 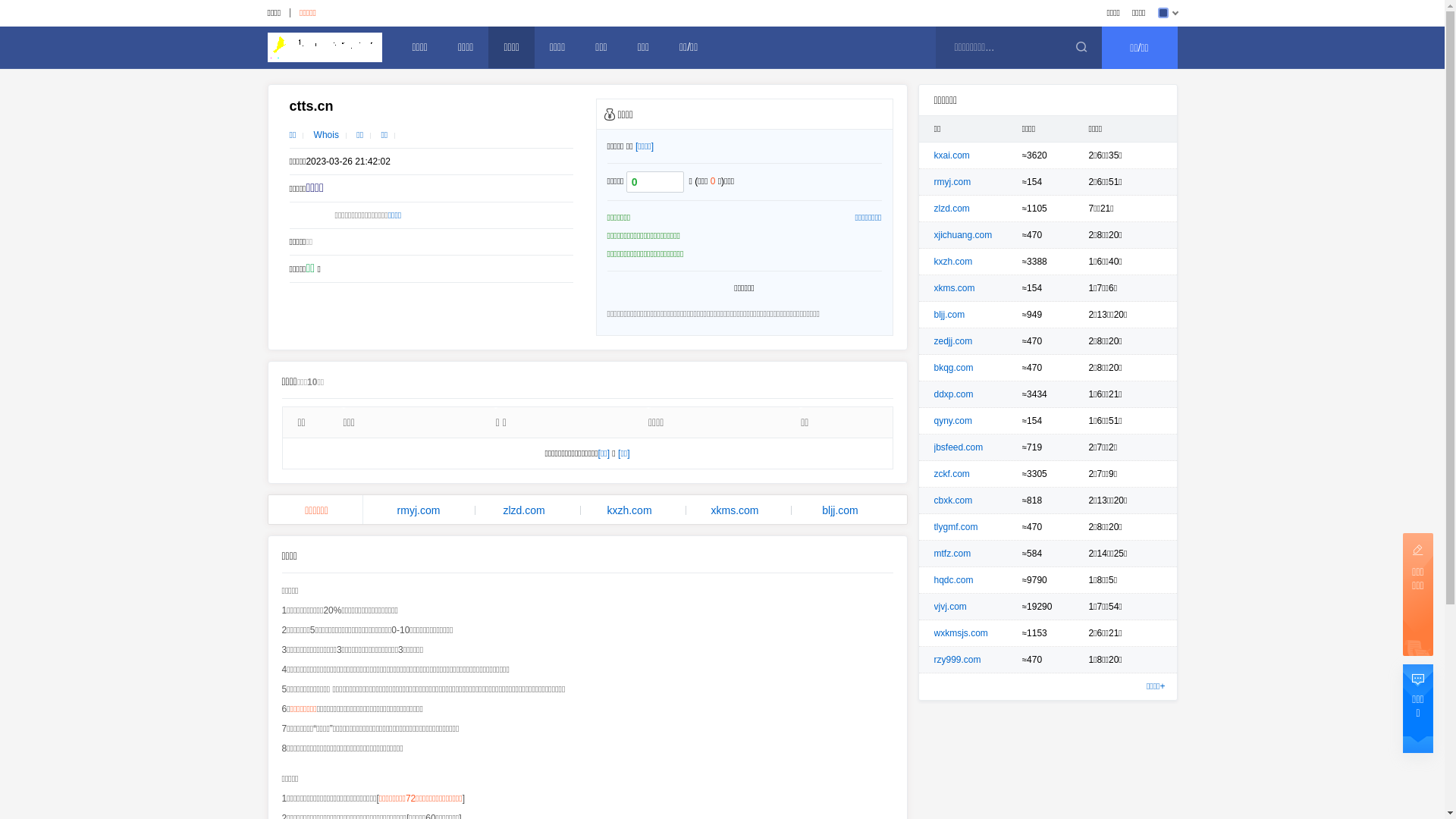 What do you see at coordinates (418, 510) in the screenshot?
I see `'rmyj.com'` at bounding box center [418, 510].